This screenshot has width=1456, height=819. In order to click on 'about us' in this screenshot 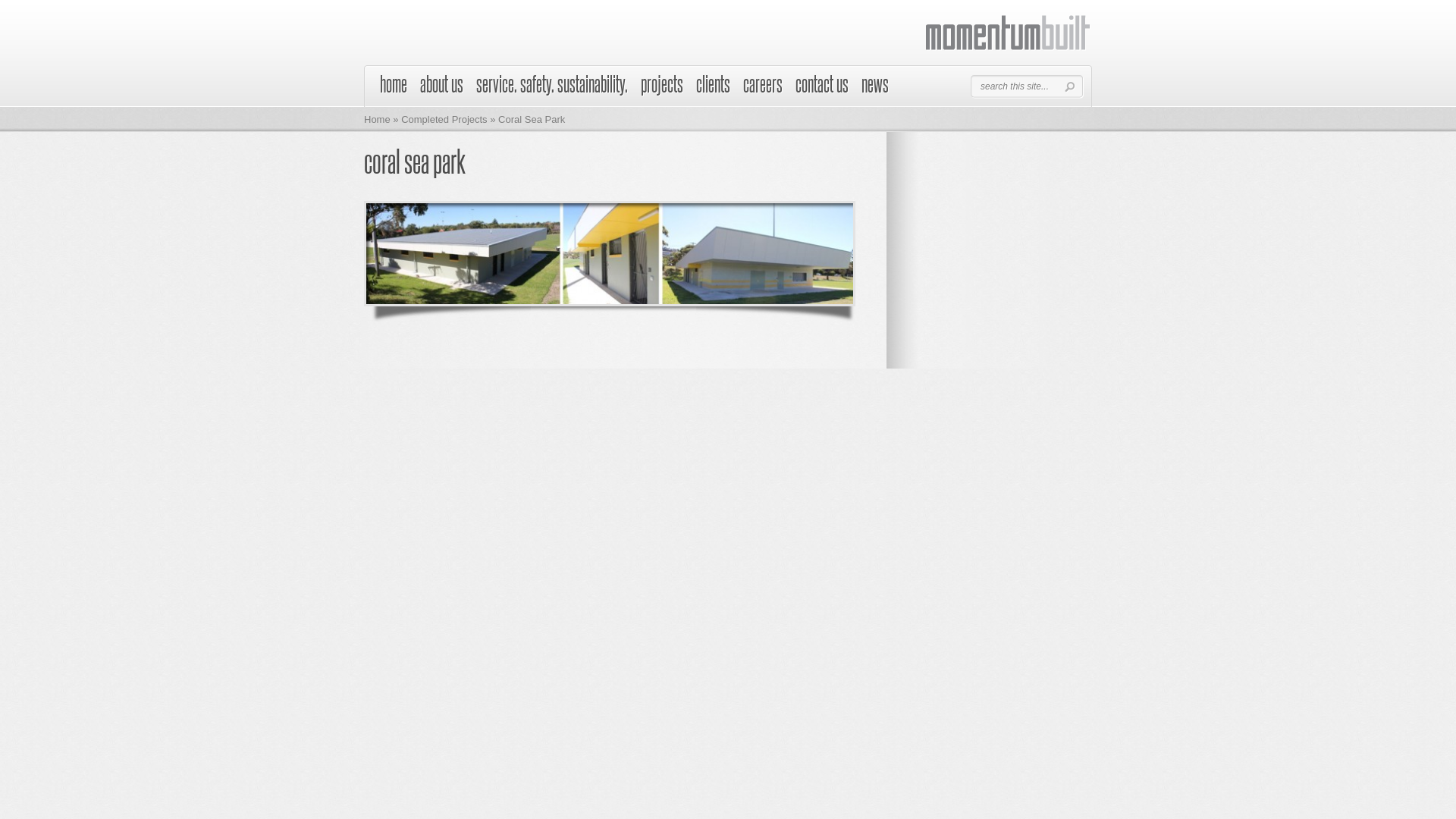, I will do `click(441, 89)`.